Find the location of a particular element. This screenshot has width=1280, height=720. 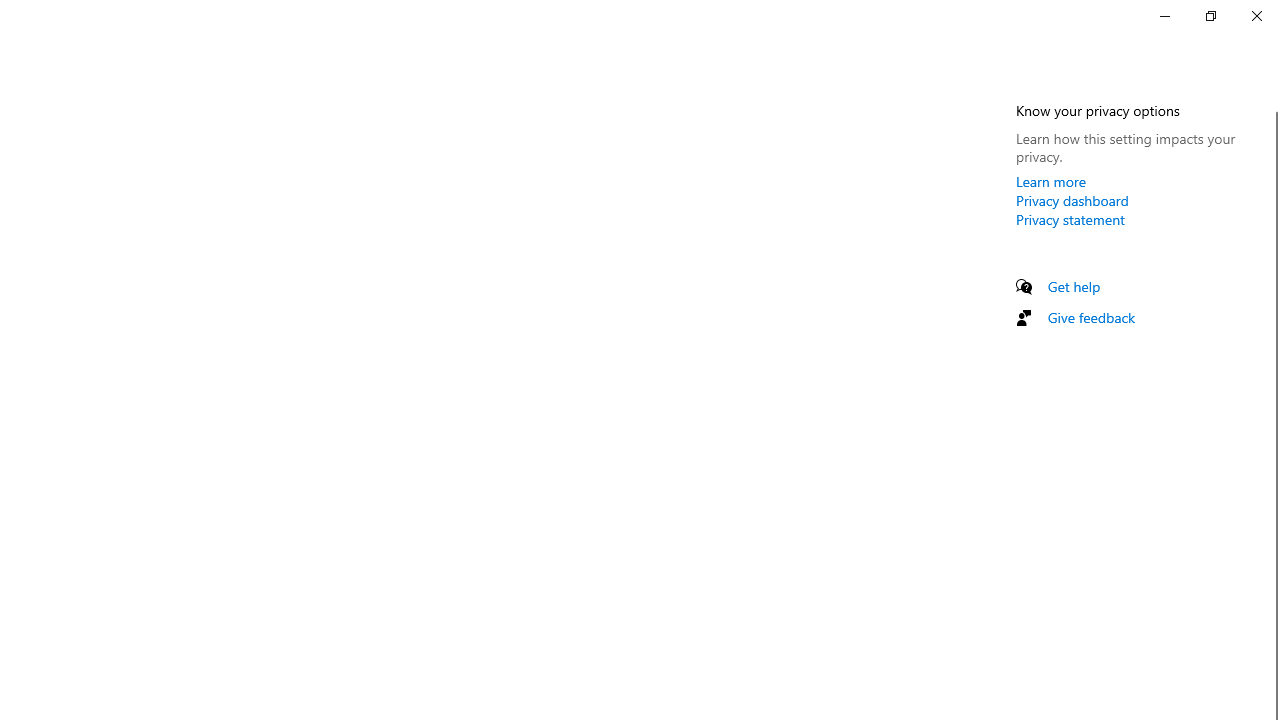

'Privacy dashboard' is located at coordinates (1071, 200).